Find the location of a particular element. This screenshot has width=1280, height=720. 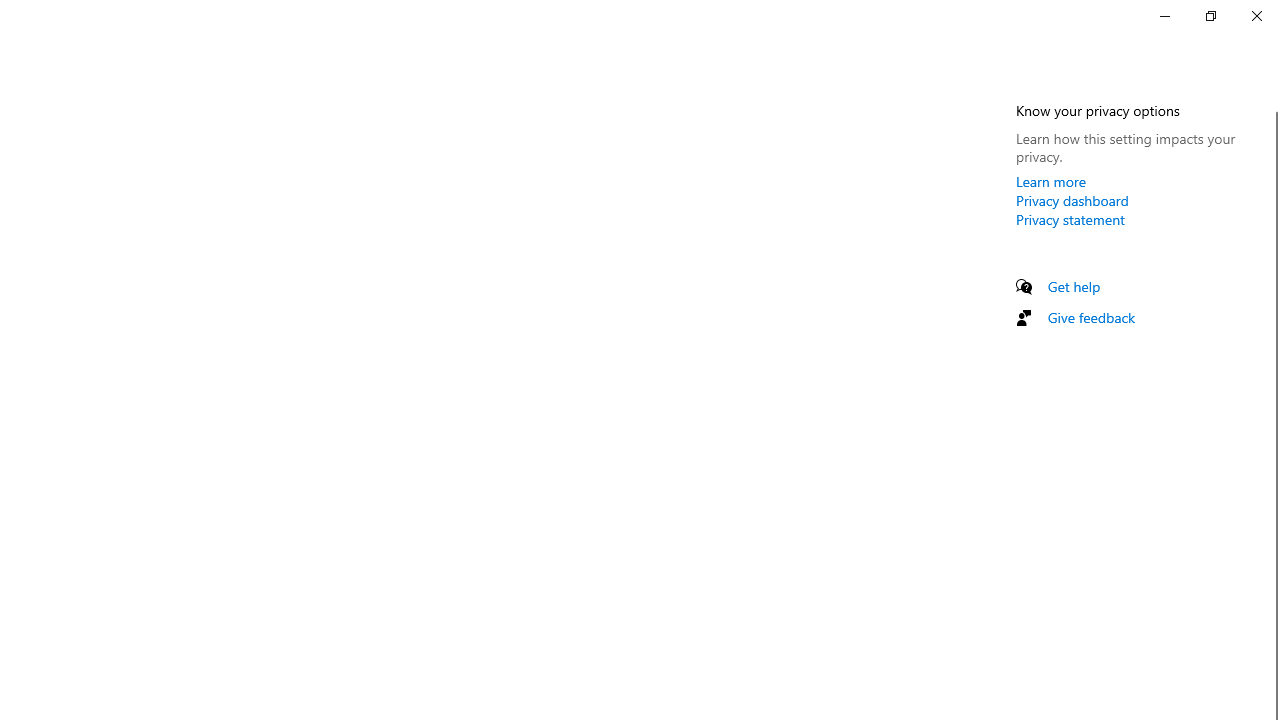

'Privacy dashboard' is located at coordinates (1071, 200).